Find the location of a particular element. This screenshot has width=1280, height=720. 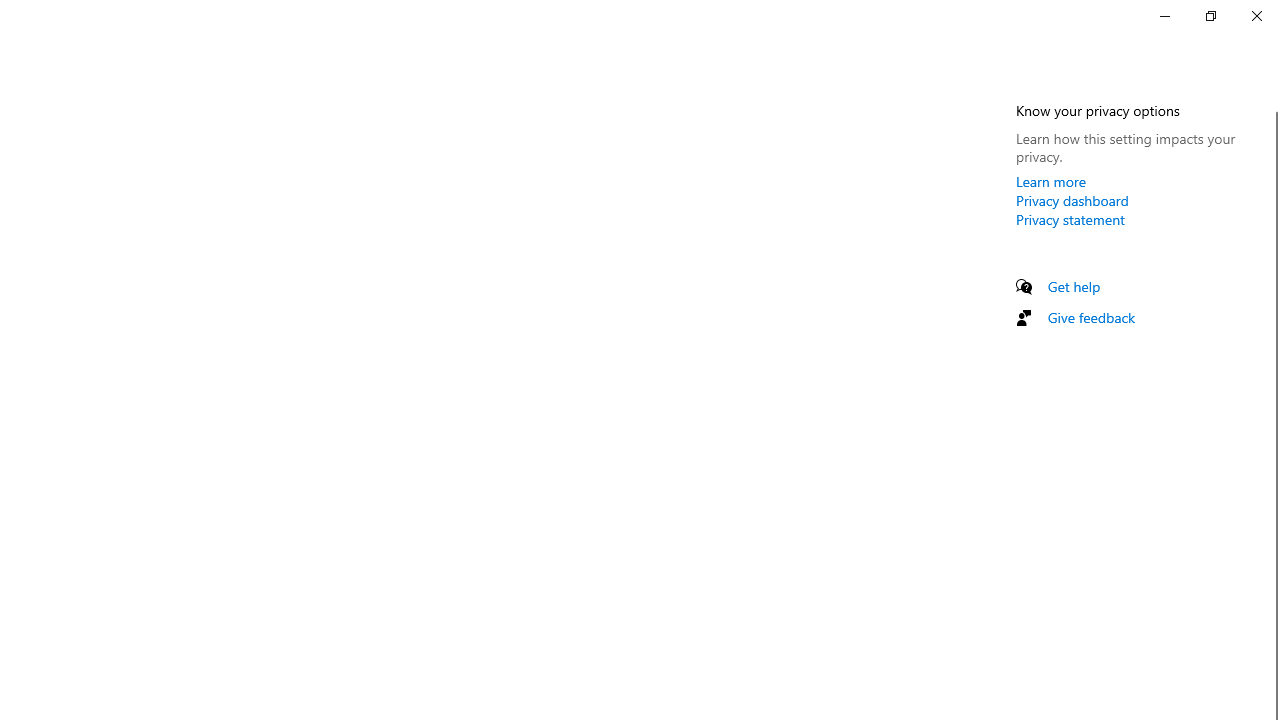

'Privacy dashboard' is located at coordinates (1071, 200).